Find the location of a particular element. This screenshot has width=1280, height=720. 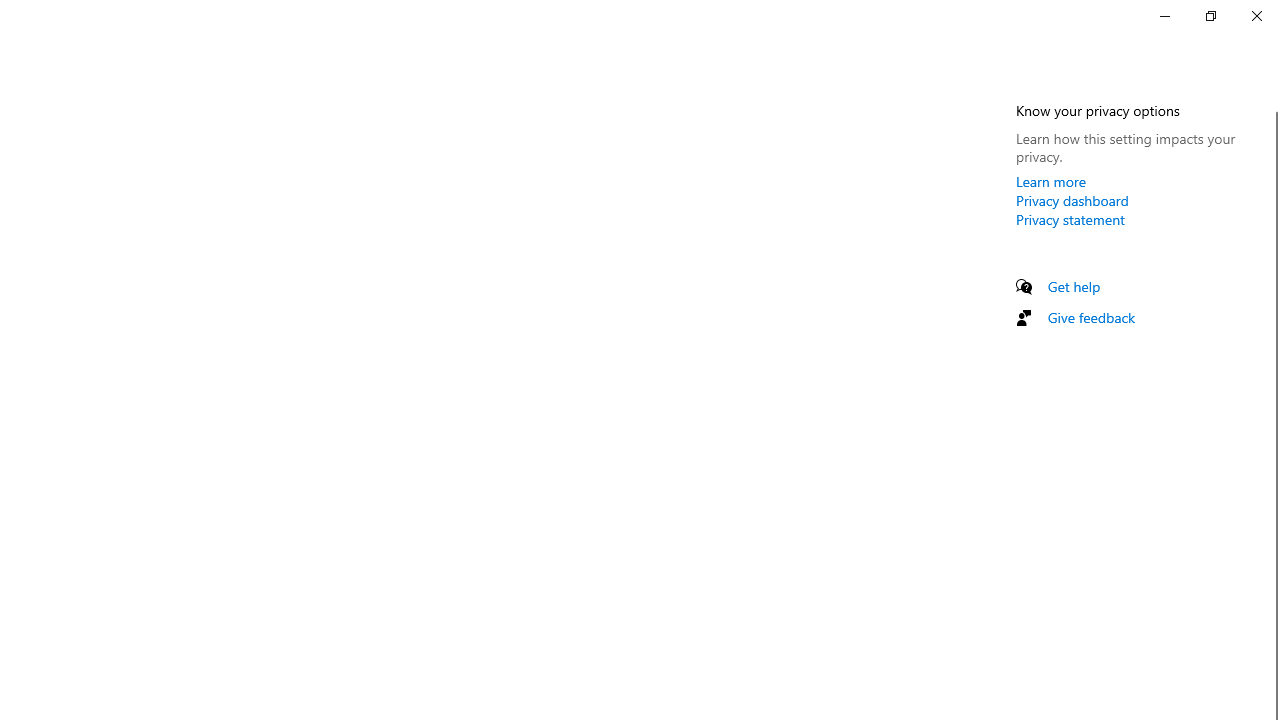

'Privacy dashboard' is located at coordinates (1071, 200).